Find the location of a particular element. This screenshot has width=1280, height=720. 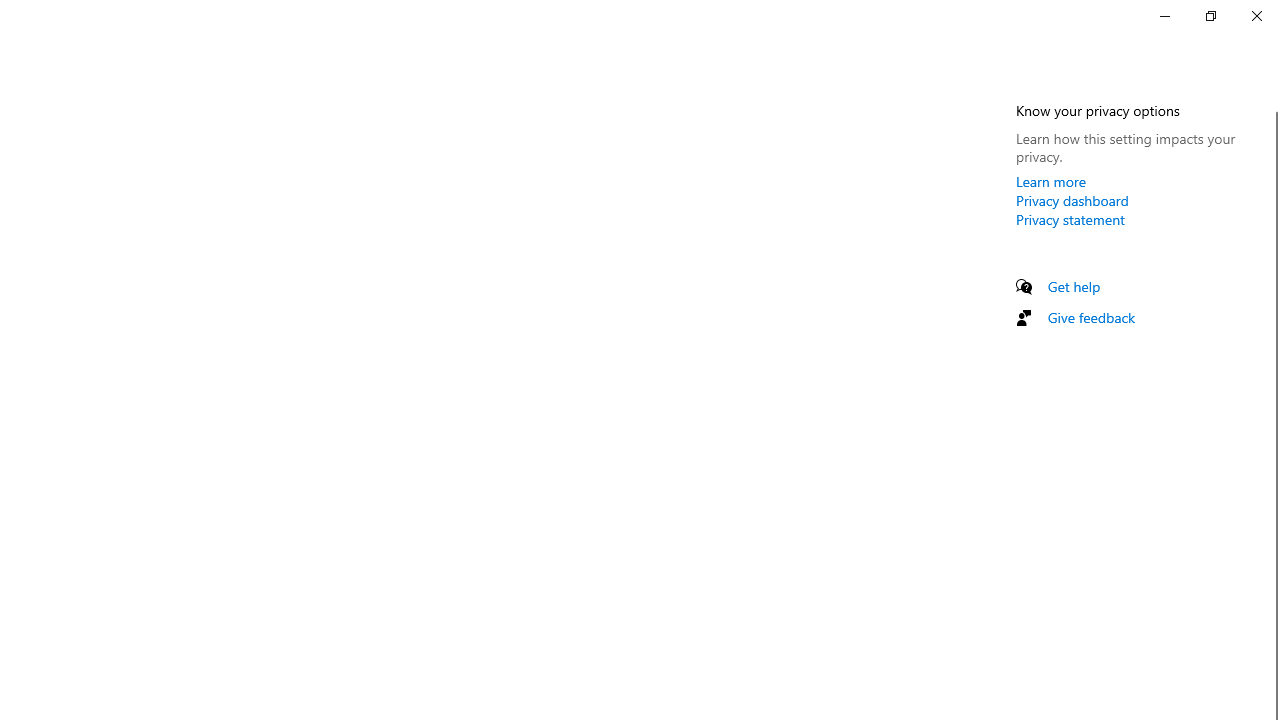

'Privacy dashboard' is located at coordinates (1071, 200).